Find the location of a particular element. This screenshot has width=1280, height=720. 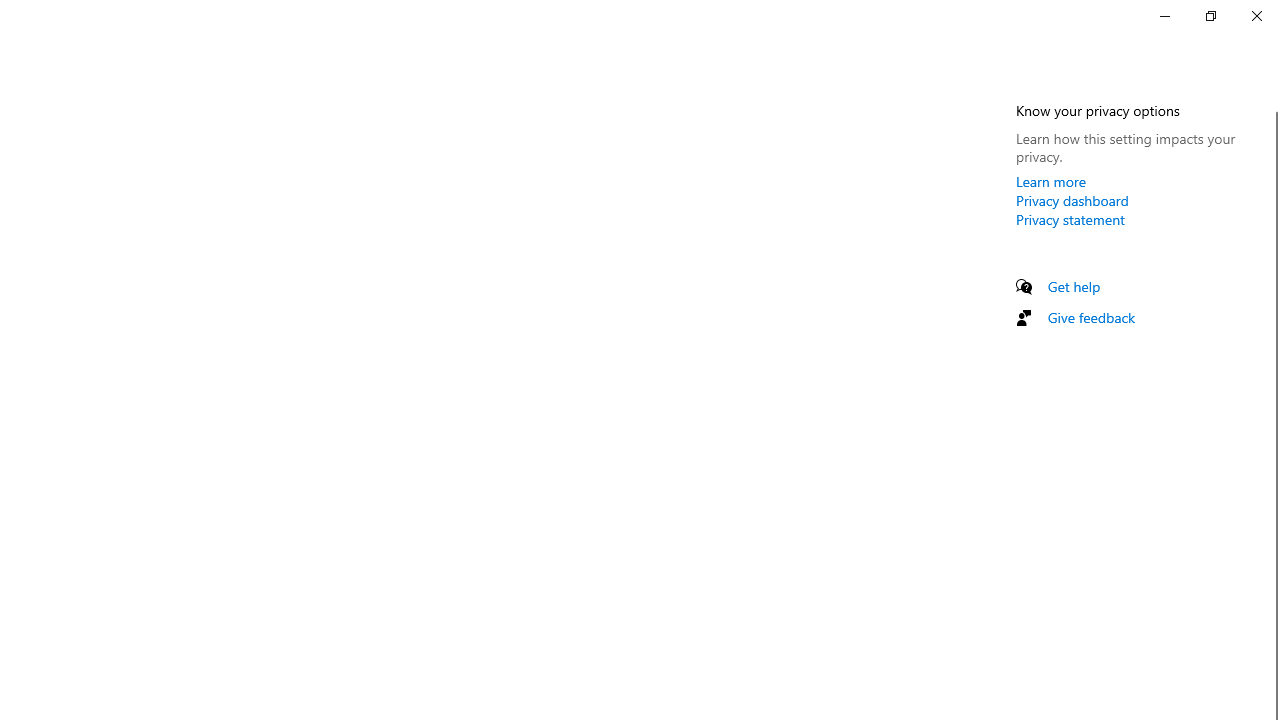

'Privacy dashboard' is located at coordinates (1071, 200).